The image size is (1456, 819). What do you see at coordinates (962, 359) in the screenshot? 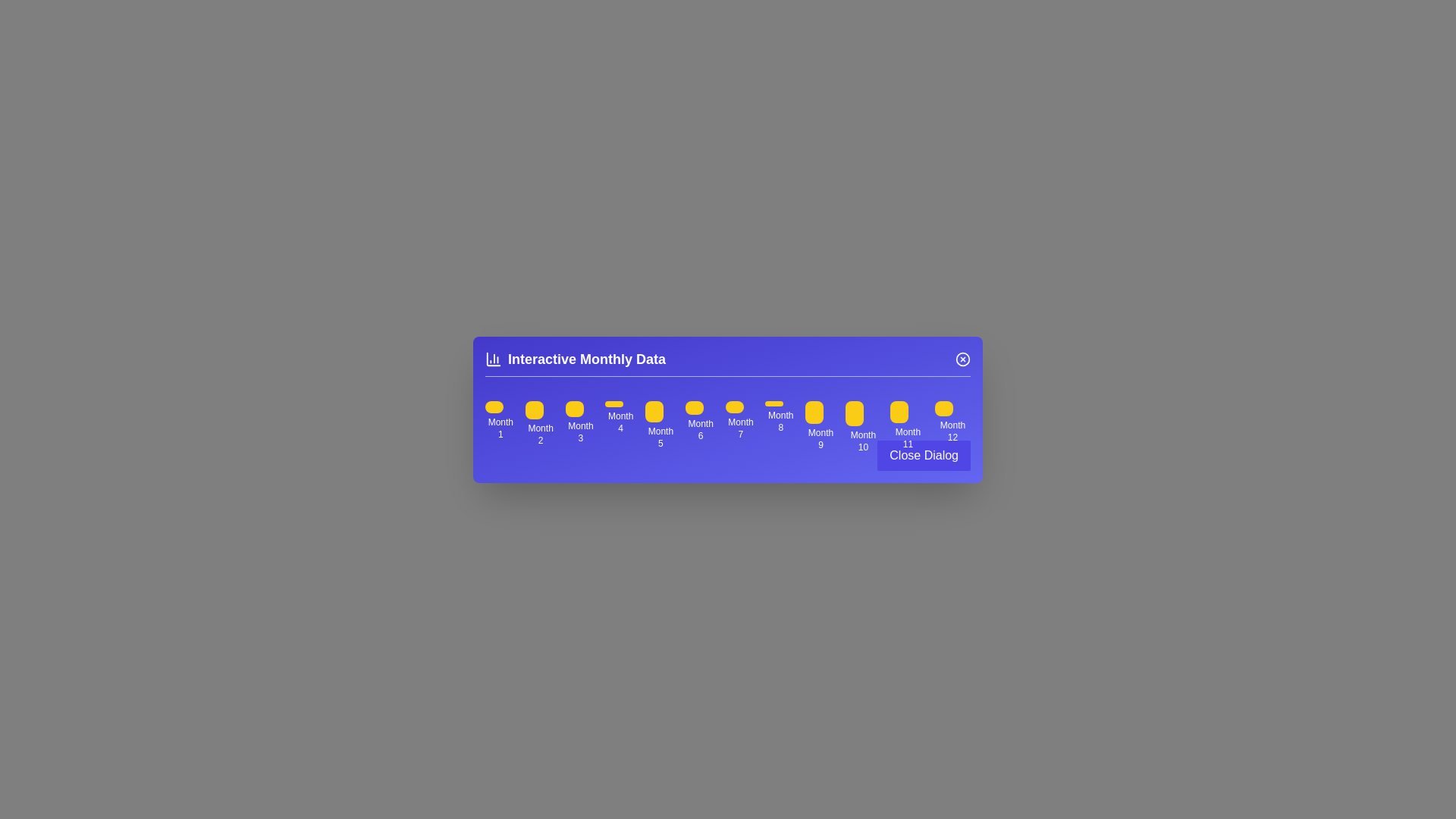
I see `'X' icon in the header to close the dialog` at bounding box center [962, 359].